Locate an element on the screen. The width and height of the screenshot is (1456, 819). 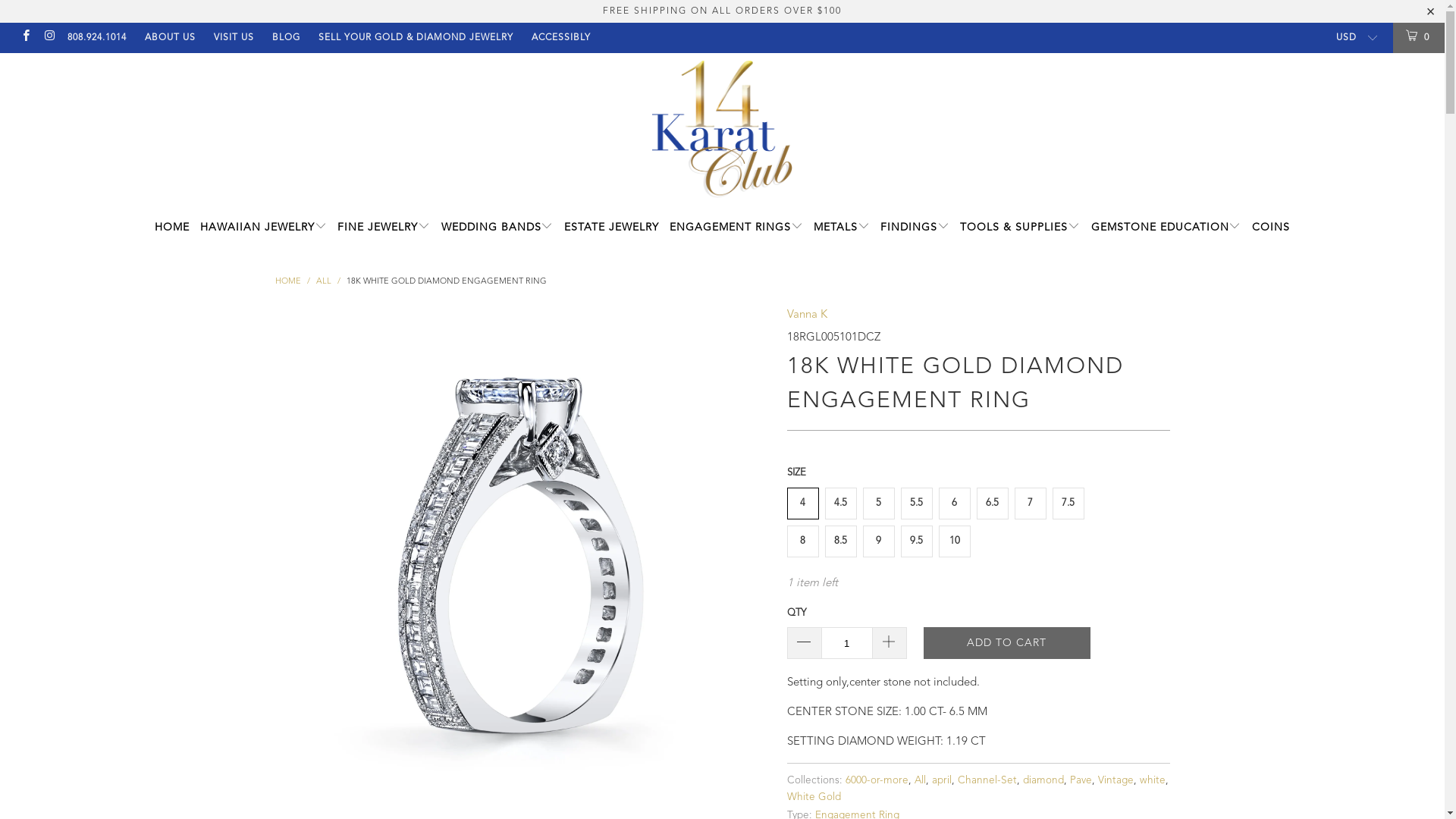
'FINE JEWELRY' is located at coordinates (383, 227).